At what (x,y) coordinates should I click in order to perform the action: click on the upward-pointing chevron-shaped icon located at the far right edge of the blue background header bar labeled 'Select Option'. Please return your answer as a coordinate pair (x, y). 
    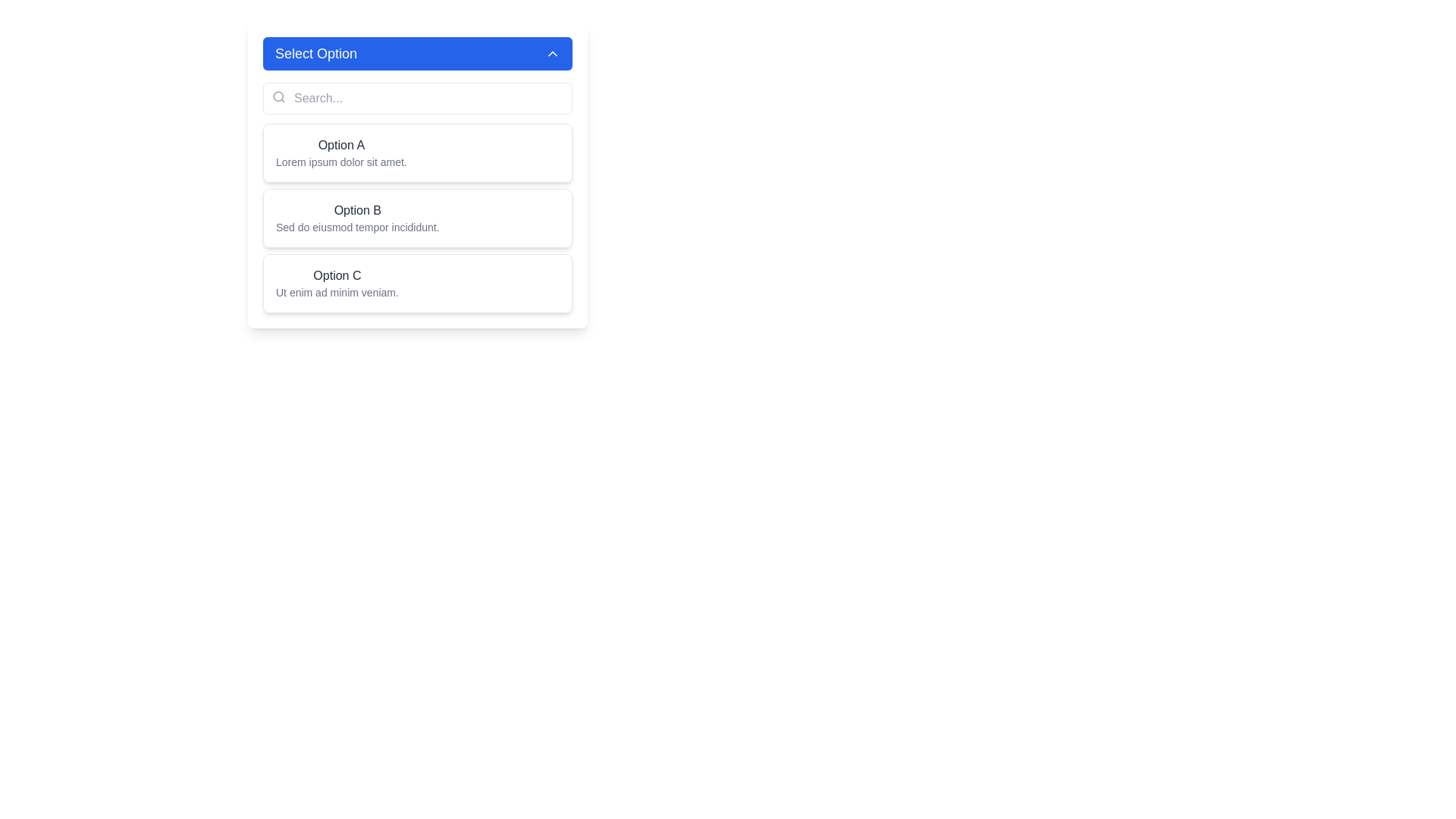
    Looking at the image, I should click on (552, 52).